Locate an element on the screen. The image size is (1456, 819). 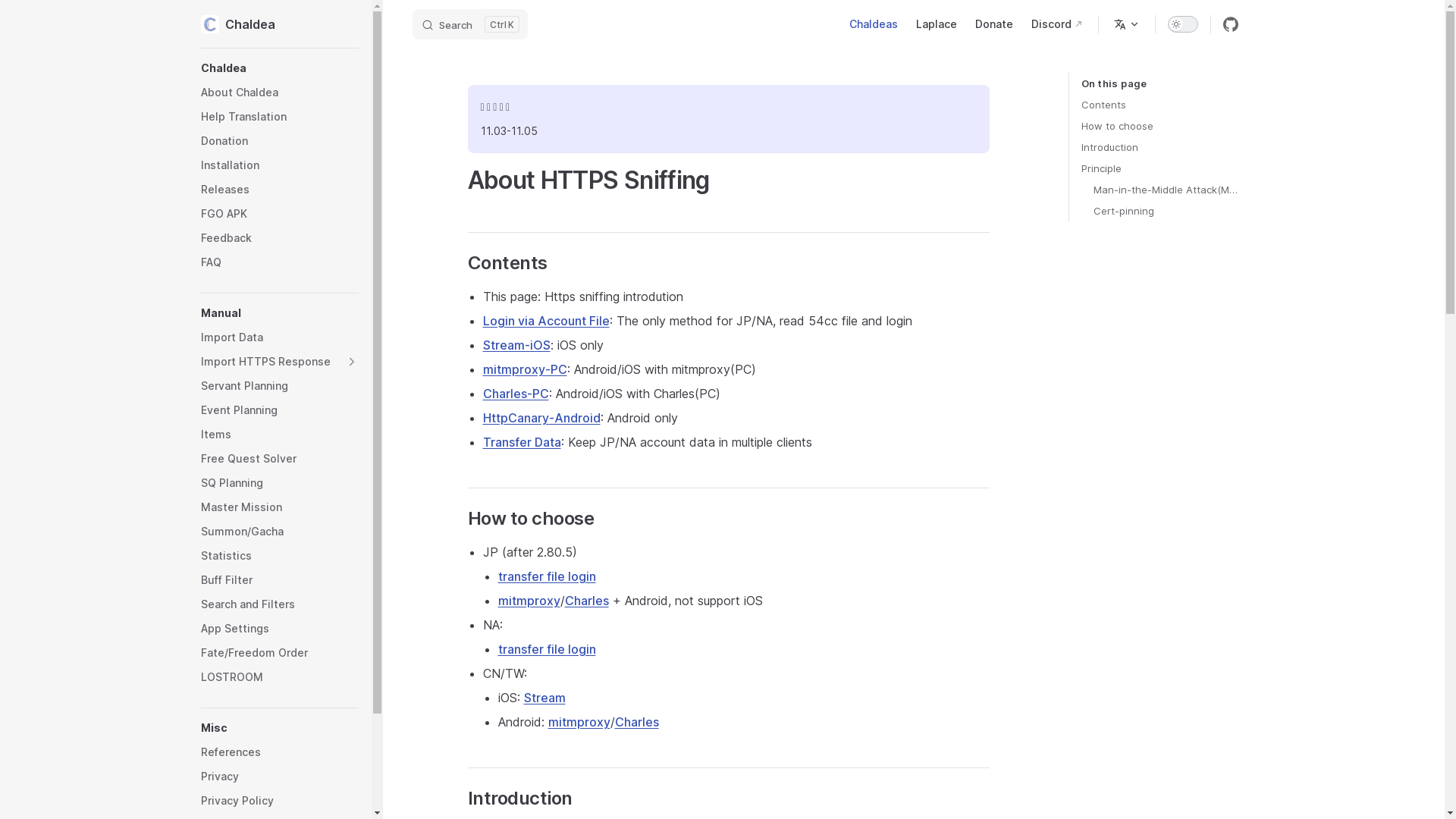
'Statistics' is located at coordinates (279, 555).